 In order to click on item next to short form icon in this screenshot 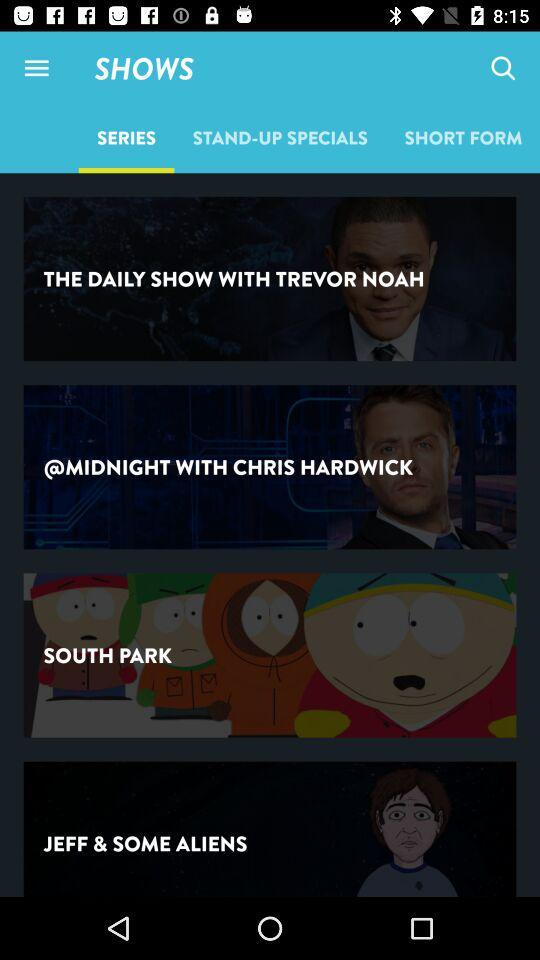, I will do `click(279, 136)`.